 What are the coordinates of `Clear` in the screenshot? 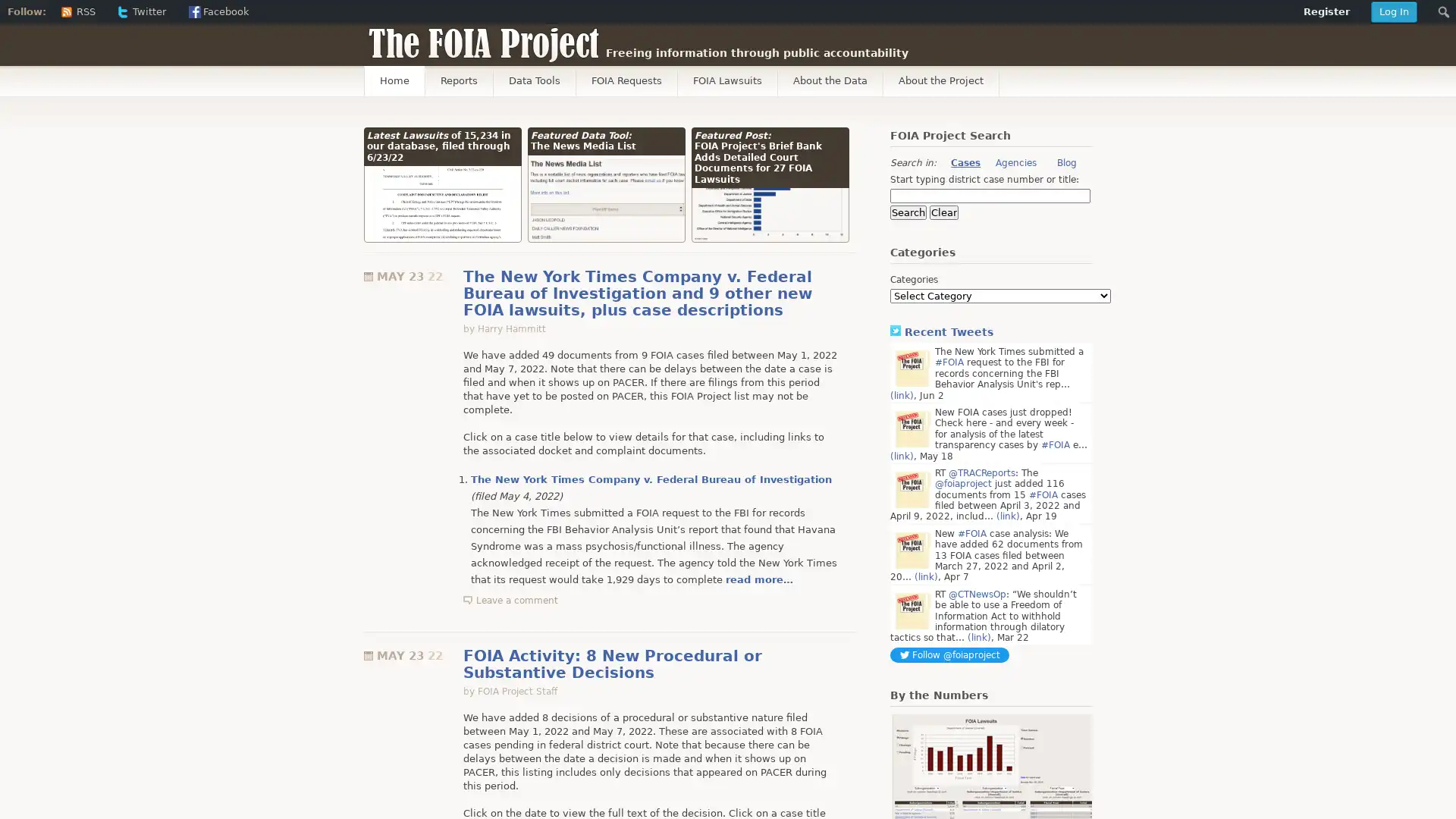 It's located at (943, 212).